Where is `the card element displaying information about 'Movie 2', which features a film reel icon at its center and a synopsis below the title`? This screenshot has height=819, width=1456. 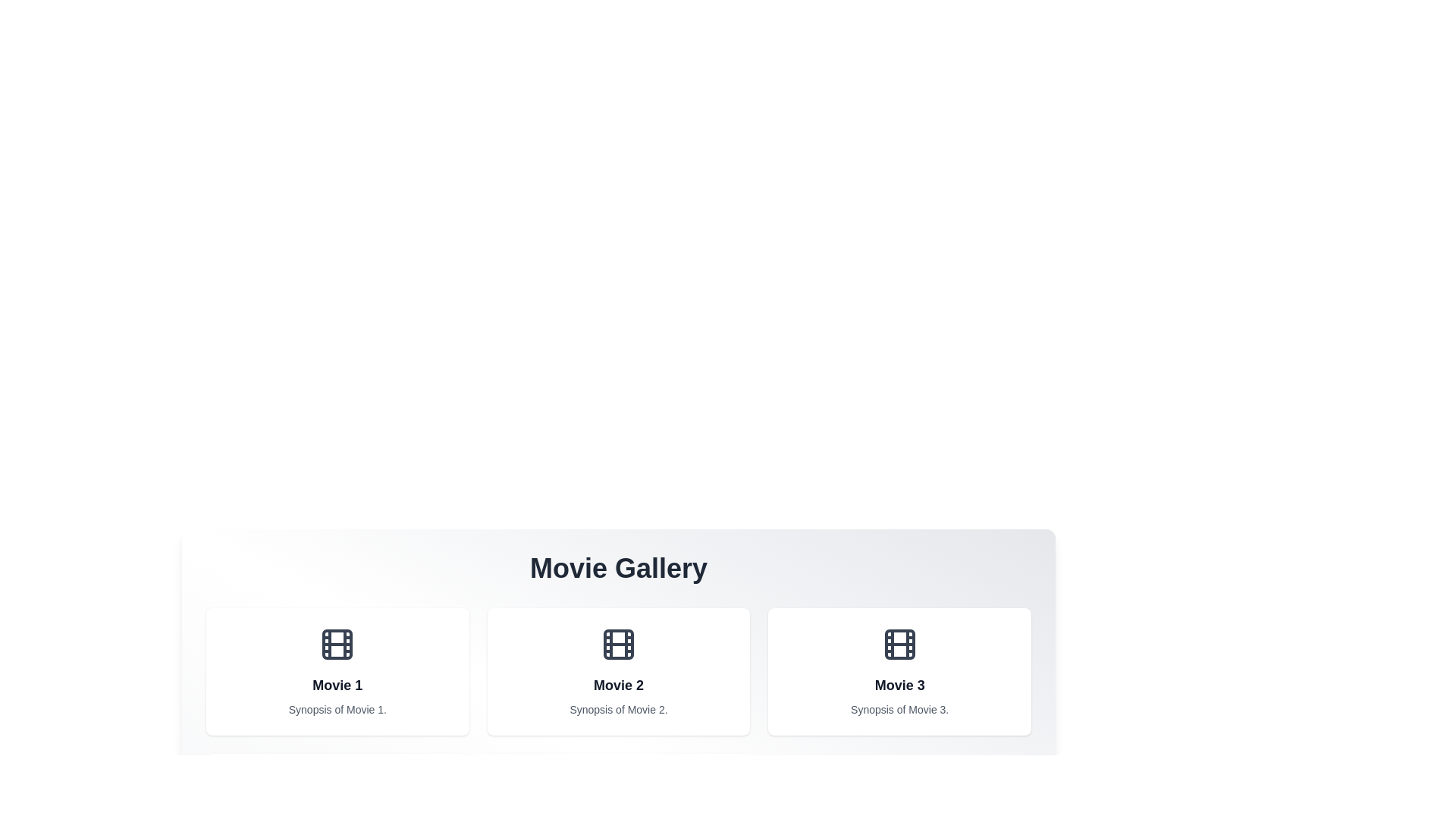 the card element displaying information about 'Movie 2', which features a film reel icon at its center and a synopsis below the title is located at coordinates (619, 671).